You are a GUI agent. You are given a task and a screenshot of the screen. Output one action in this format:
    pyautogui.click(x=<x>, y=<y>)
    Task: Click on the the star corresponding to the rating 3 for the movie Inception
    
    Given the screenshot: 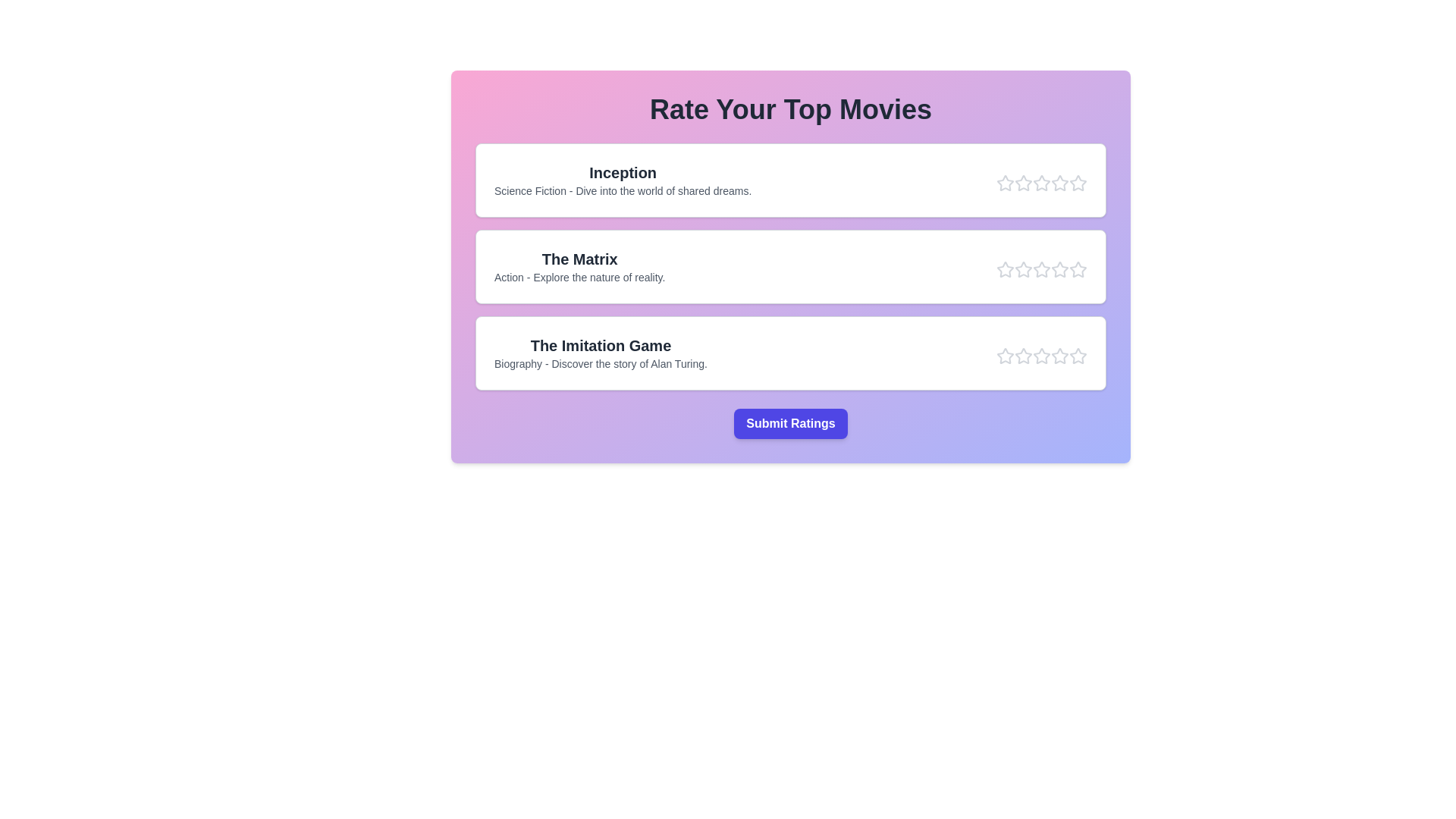 What is the action you would take?
    pyautogui.click(x=1040, y=183)
    